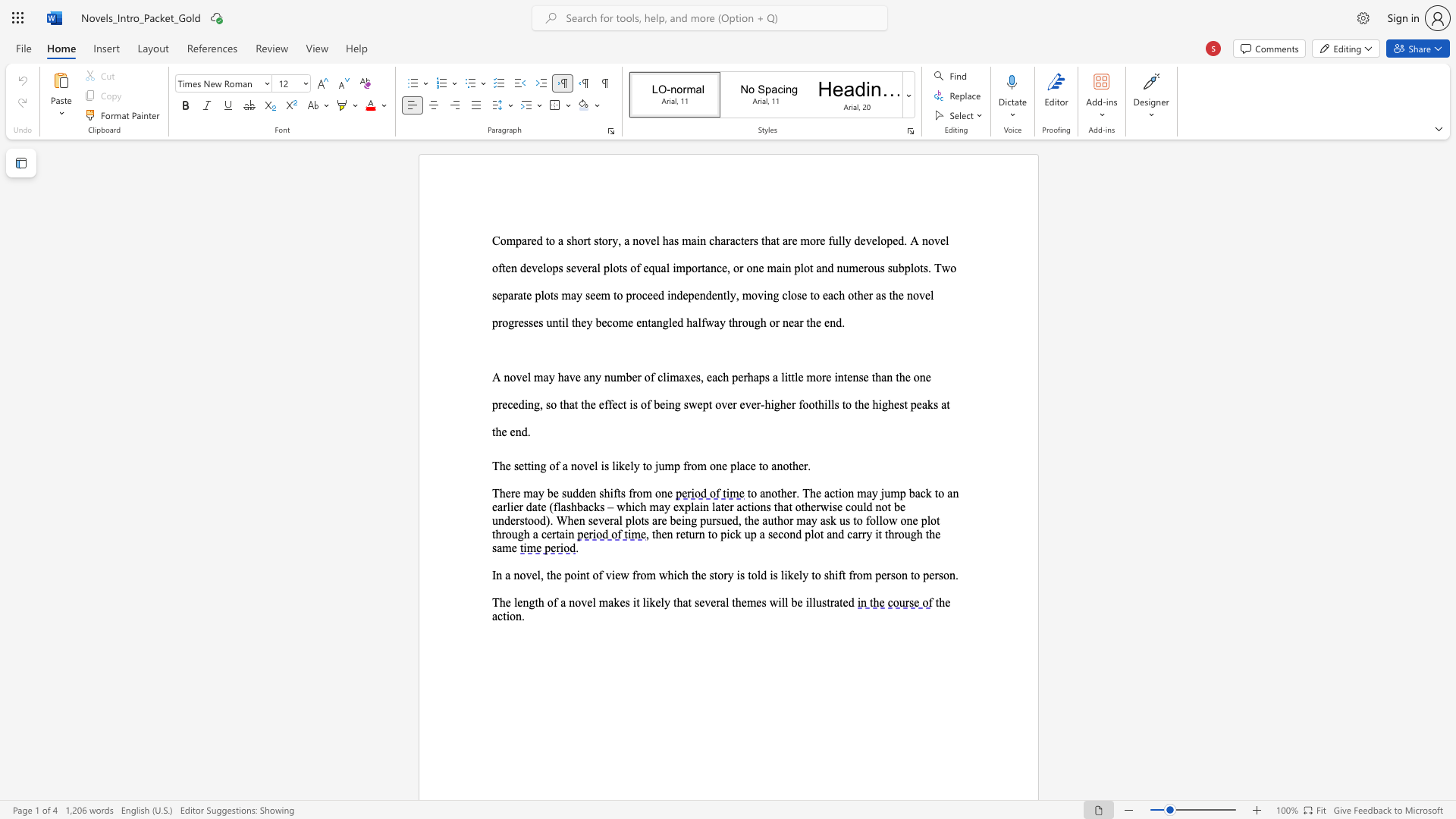  Describe the element at coordinates (710, 601) in the screenshot. I see `the subset text "eral themes will be illustrated" within the text "The length of a novel makes it likely that several themes will be illustrated"` at that location.